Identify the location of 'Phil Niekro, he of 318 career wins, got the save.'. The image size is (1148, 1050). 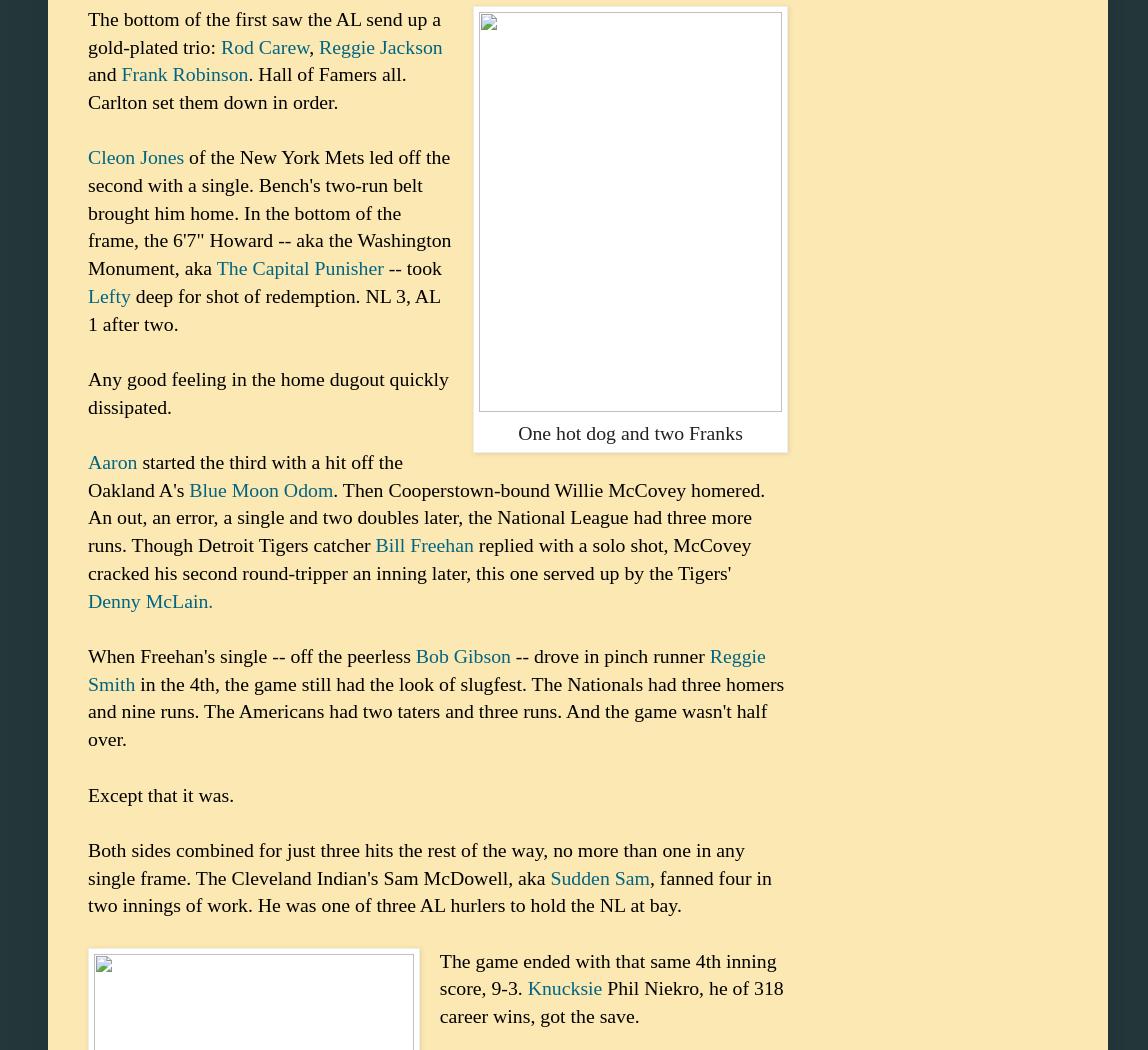
(610, 1002).